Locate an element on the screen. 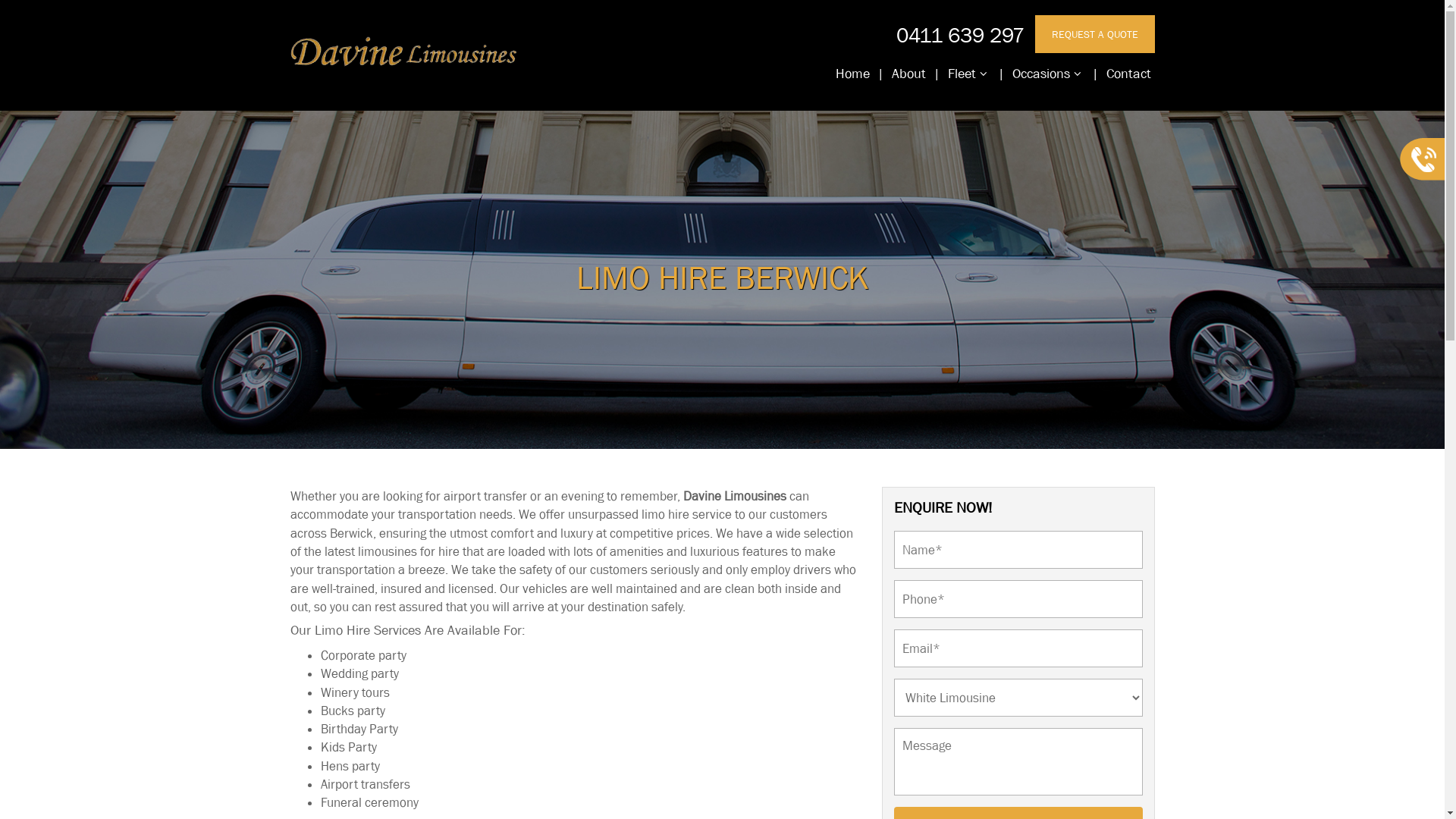  '0411 639 297' is located at coordinates (896, 34).